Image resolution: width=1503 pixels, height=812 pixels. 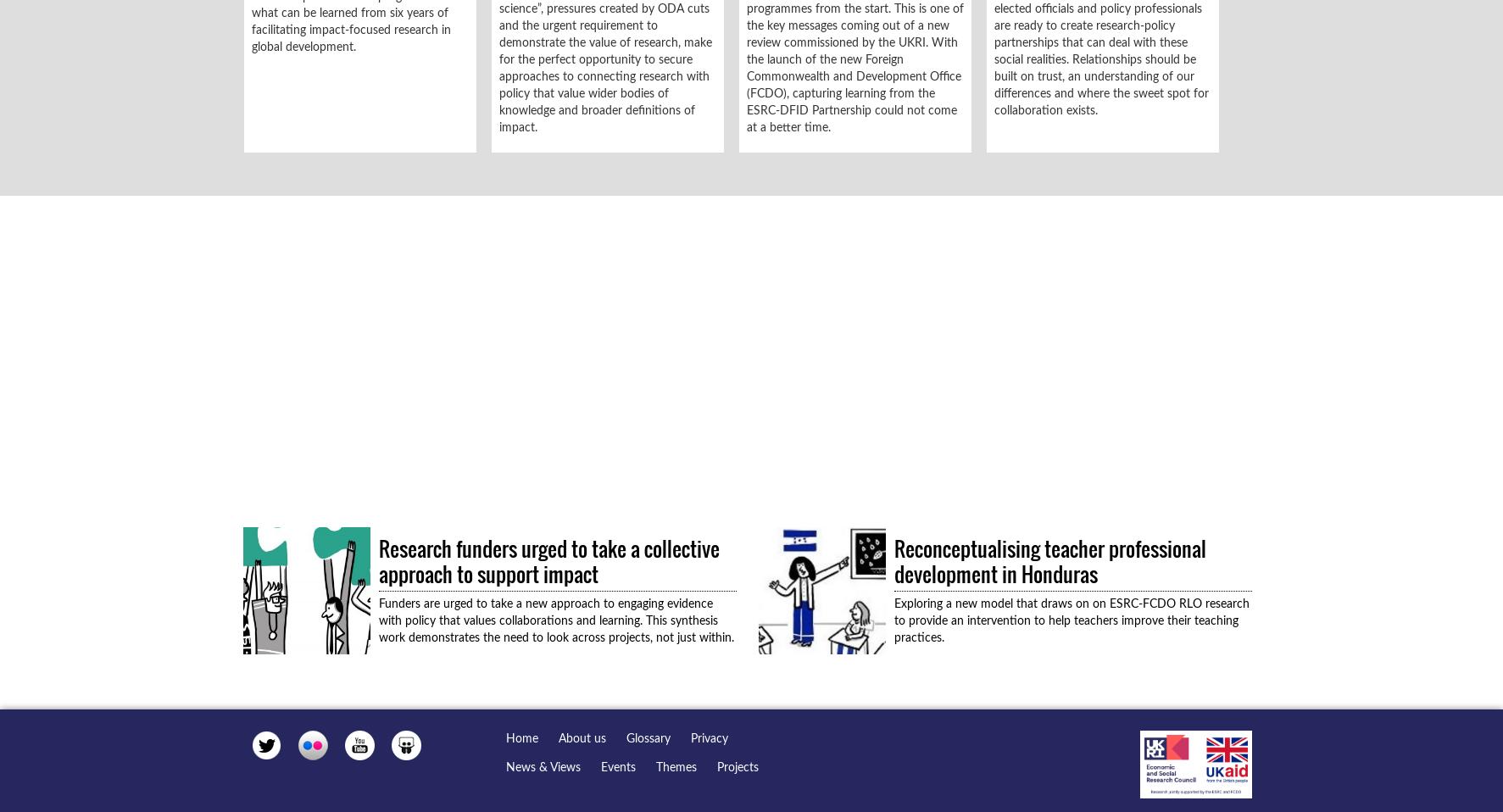 I want to click on 'Funders are urged to take a new approach to engaging evidence with policy that values collaborations and learning. This synthesis work demonstrates the need to look across projects, not just within.', so click(x=554, y=620).